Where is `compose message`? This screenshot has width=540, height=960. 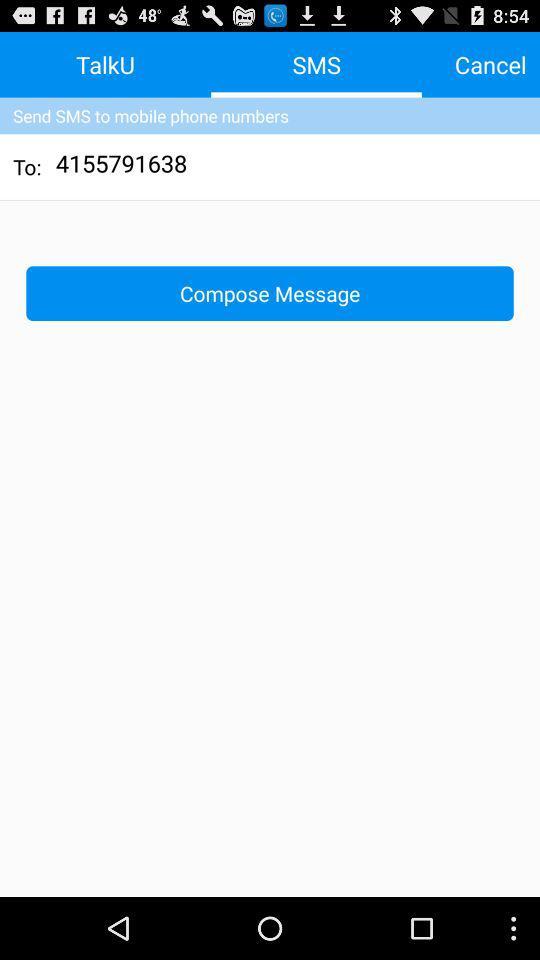 compose message is located at coordinates (270, 292).